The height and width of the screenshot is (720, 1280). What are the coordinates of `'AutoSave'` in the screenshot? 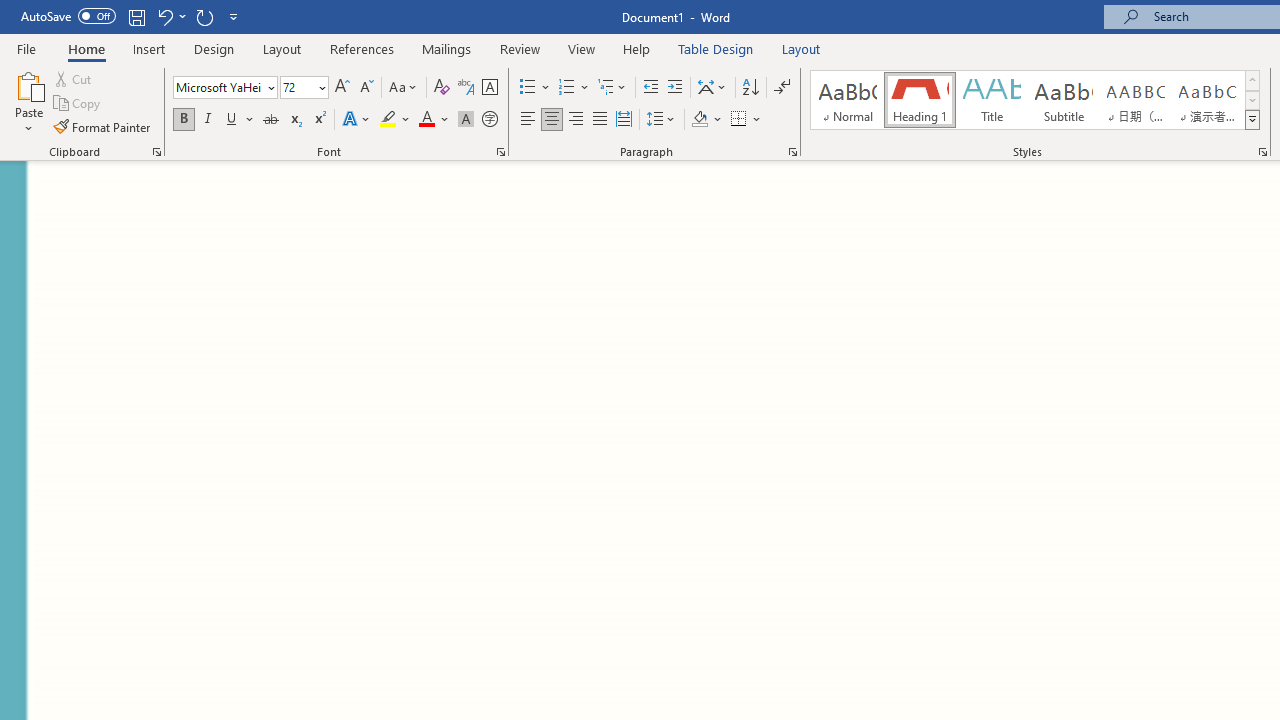 It's located at (68, 16).